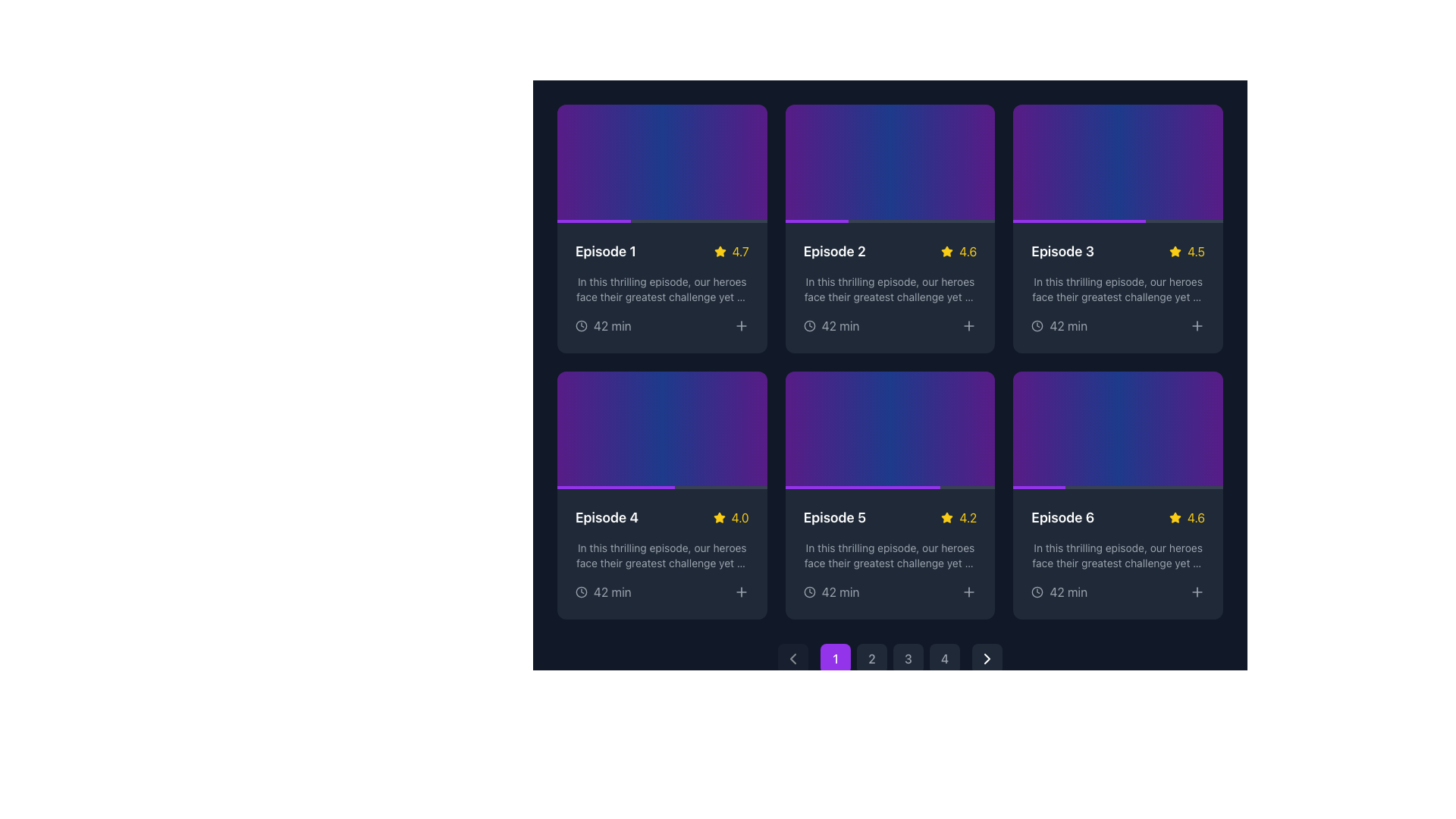 This screenshot has width=1456, height=819. Describe the element at coordinates (968, 324) in the screenshot. I see `the interactive button located at the bottom-right corner of the card for 'Episode 3', adjacent to the '42 min' text` at that location.